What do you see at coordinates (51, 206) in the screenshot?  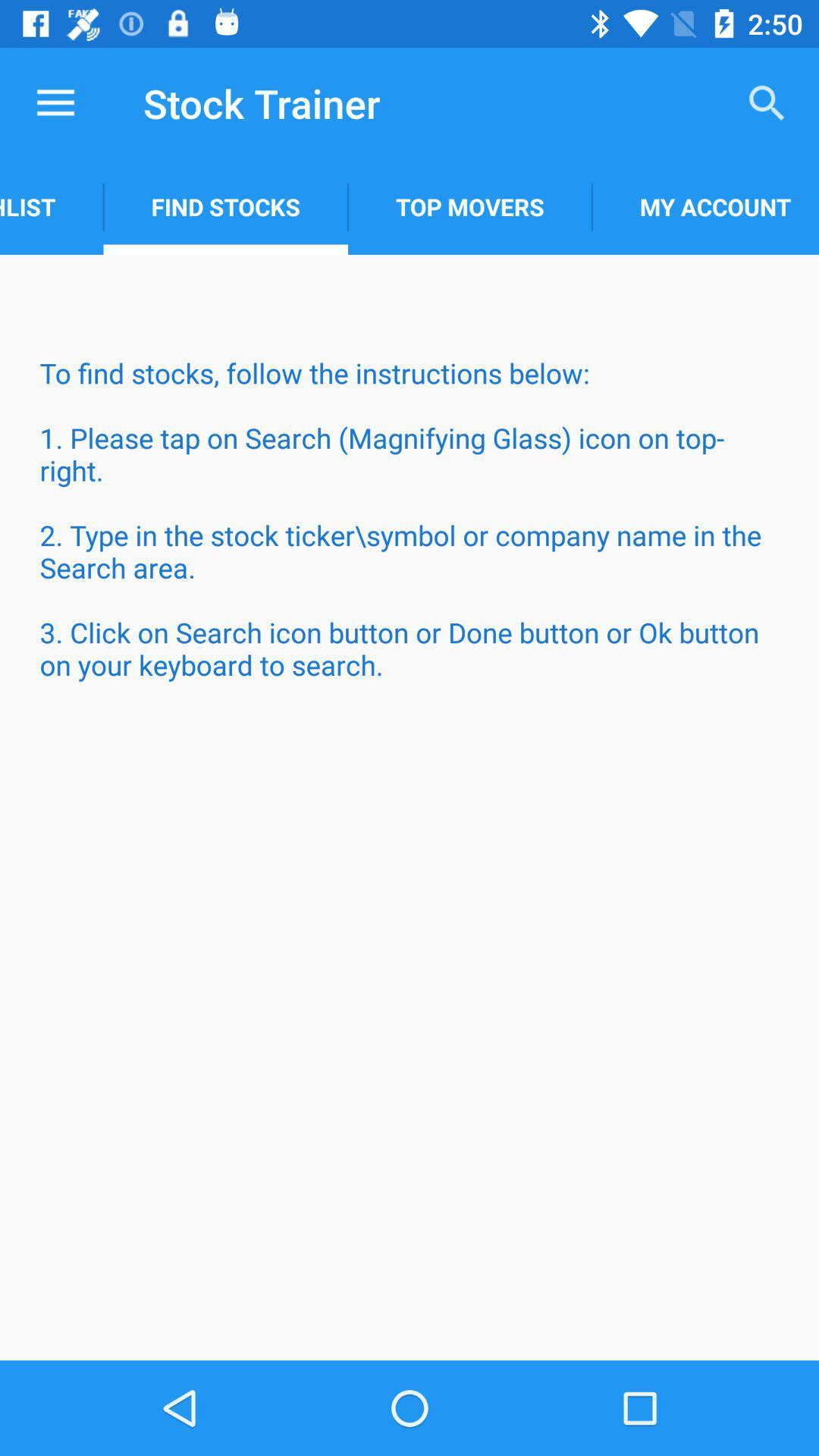 I see `the icon to the left of find stocks item` at bounding box center [51, 206].